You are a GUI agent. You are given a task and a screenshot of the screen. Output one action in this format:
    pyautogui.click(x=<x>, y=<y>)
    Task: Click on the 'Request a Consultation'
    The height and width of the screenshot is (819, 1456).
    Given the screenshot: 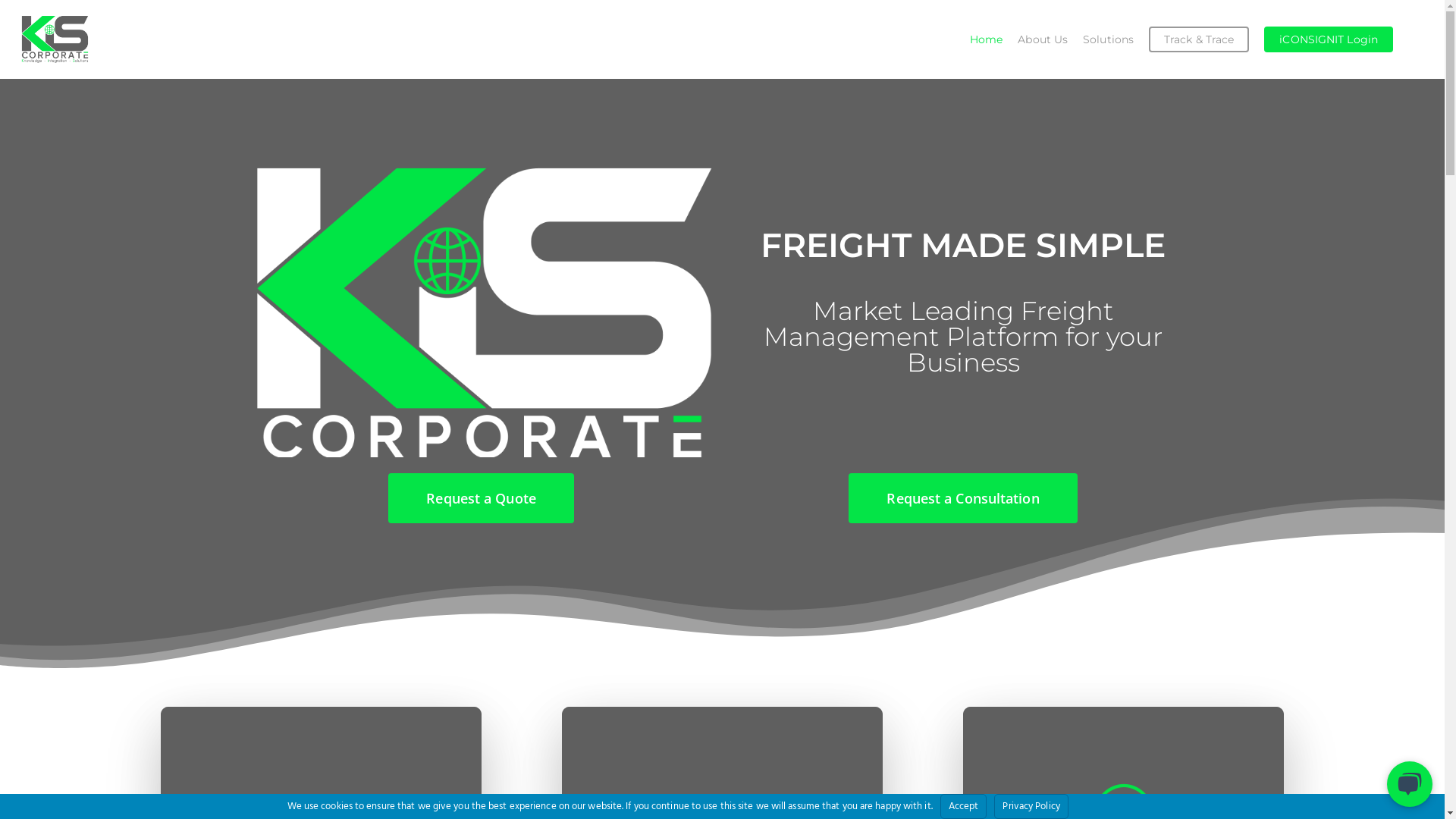 What is the action you would take?
    pyautogui.click(x=962, y=497)
    